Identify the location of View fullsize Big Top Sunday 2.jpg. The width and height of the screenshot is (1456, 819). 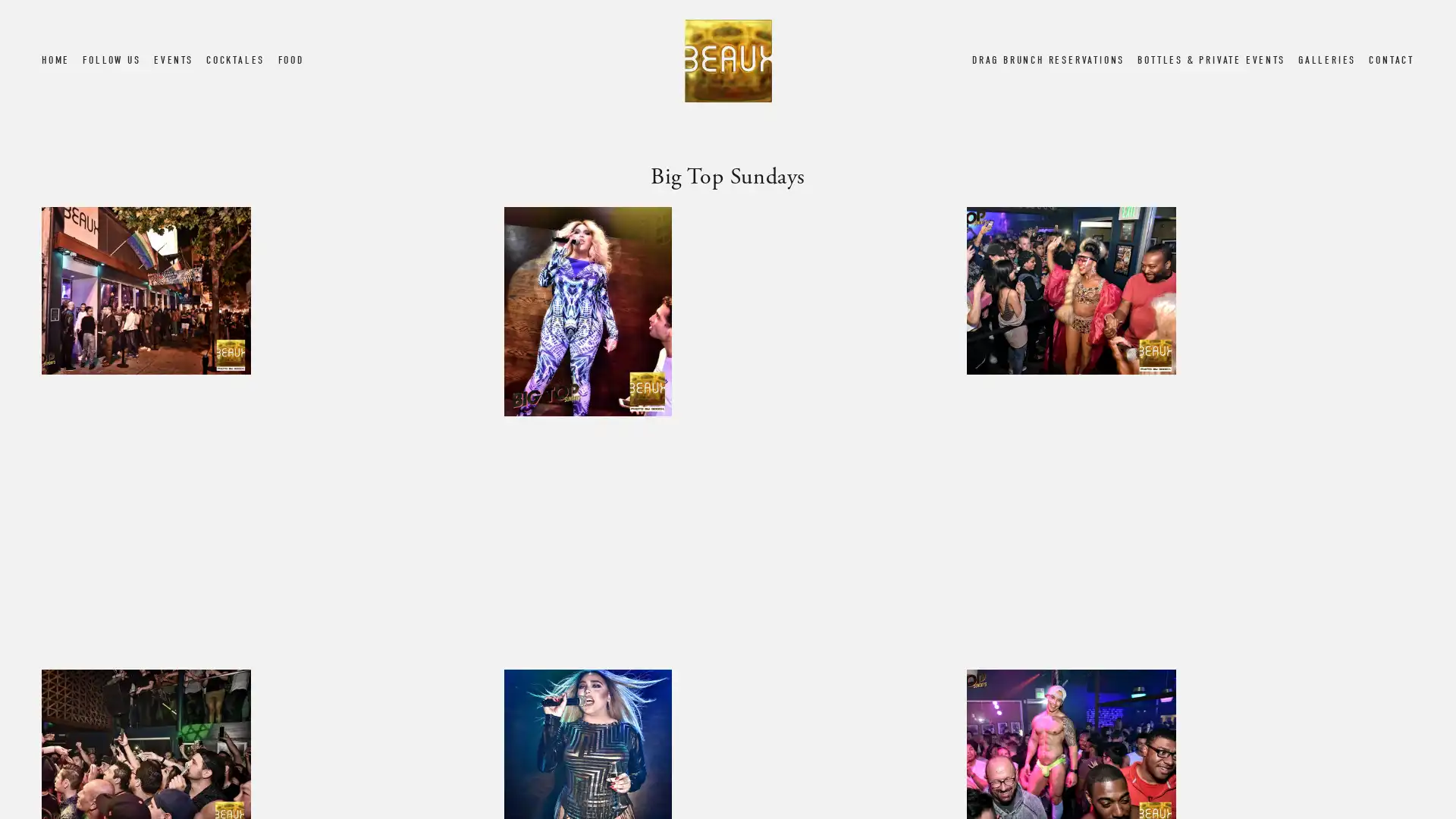
(726, 430).